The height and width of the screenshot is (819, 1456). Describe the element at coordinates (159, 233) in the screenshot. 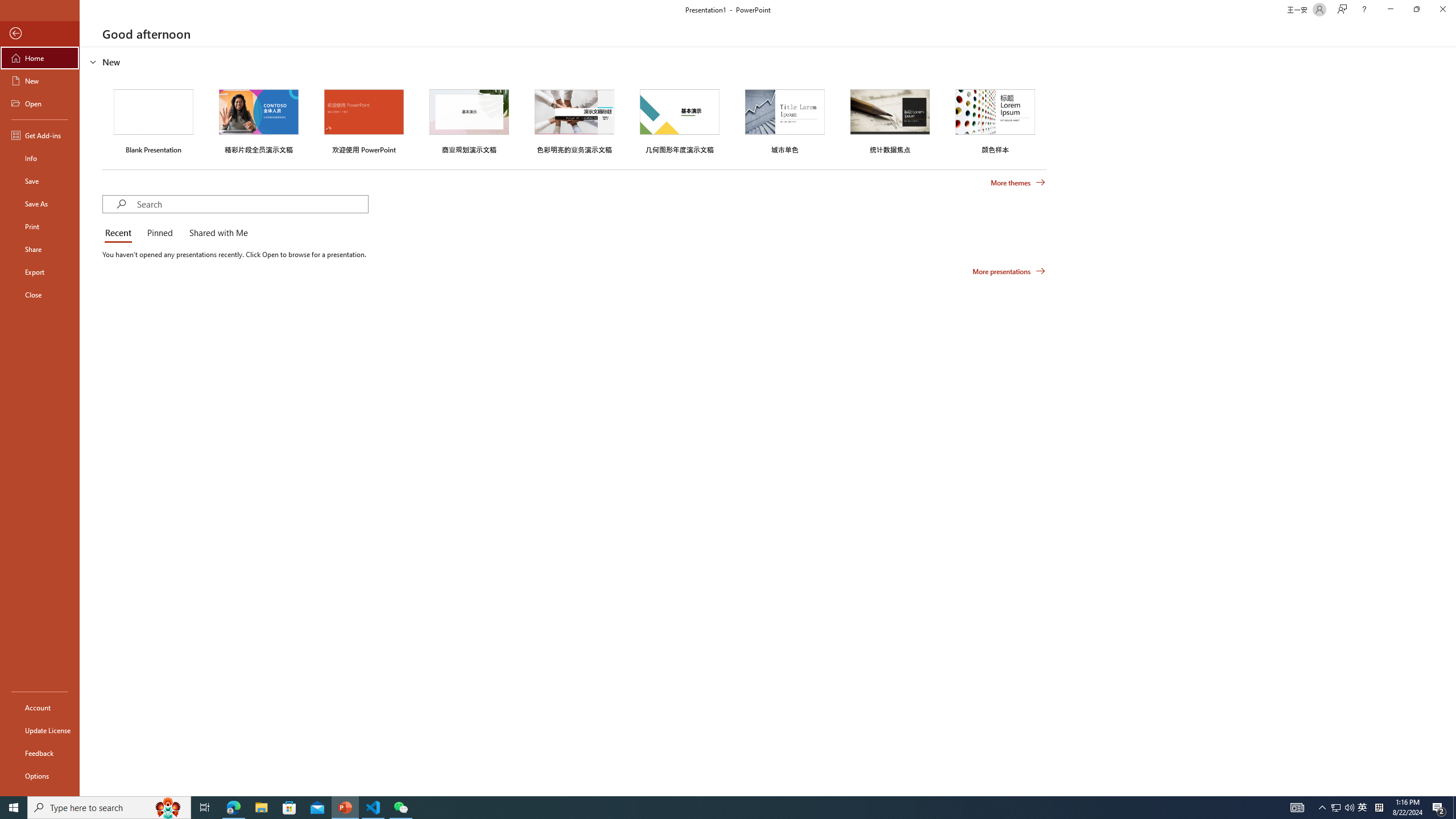

I see `'Pinned'` at that location.